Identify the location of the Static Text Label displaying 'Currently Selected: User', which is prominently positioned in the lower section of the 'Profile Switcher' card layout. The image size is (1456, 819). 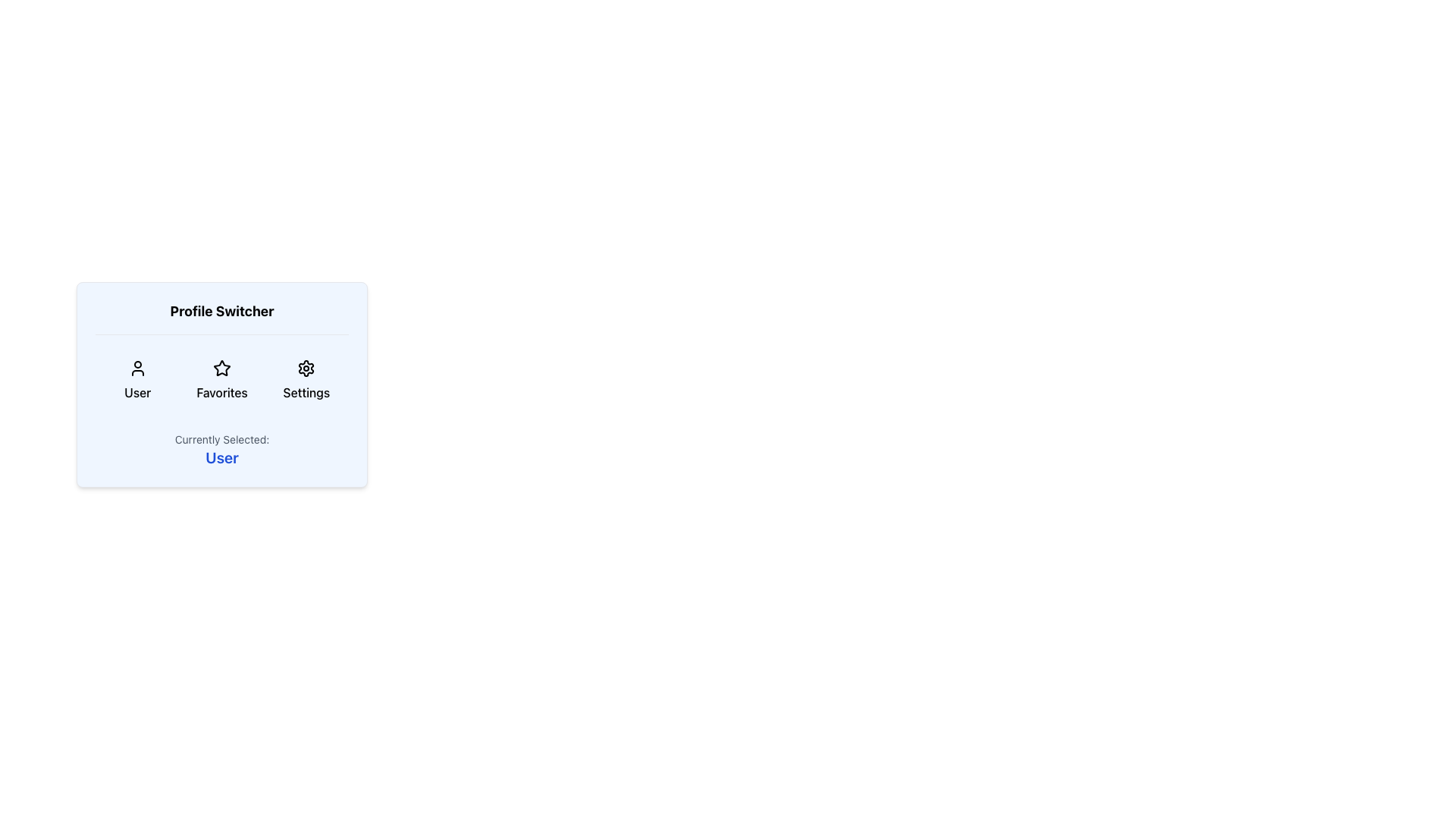
(221, 450).